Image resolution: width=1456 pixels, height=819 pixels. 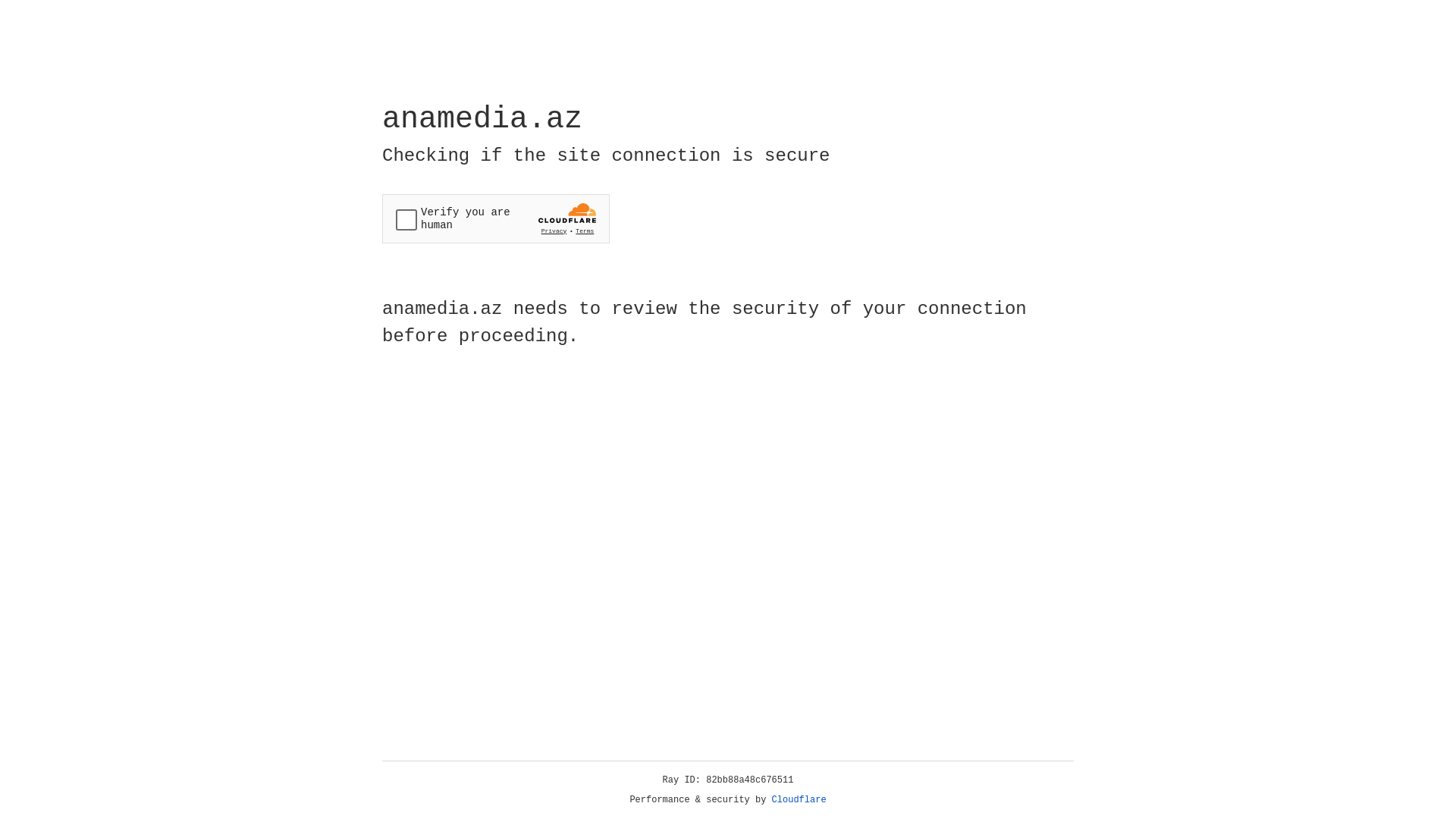 What do you see at coordinates (771, 799) in the screenshot?
I see `'Cloudflare'` at bounding box center [771, 799].